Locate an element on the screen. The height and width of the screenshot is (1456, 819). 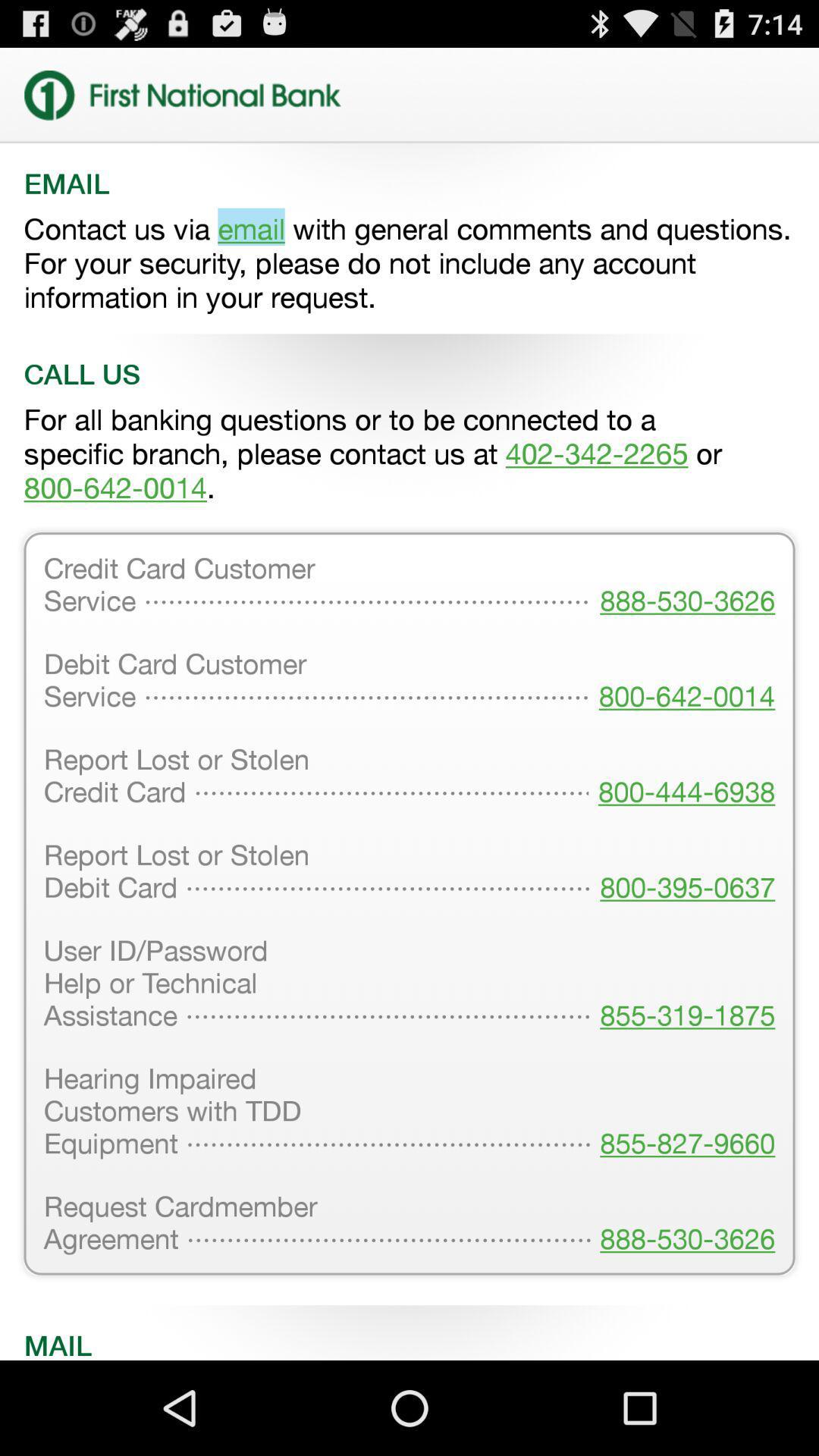
the item below user id password item is located at coordinates (682, 1112).